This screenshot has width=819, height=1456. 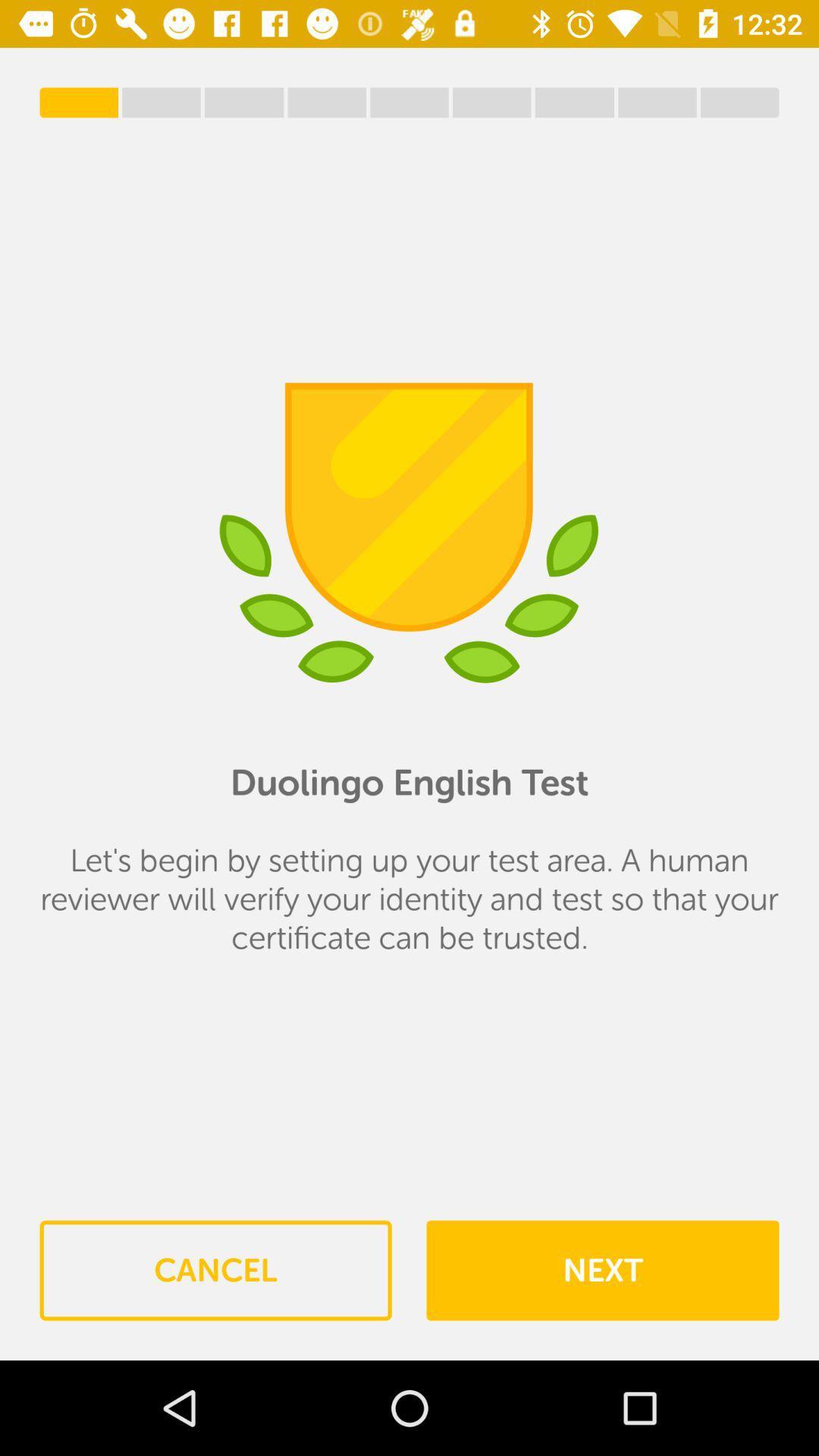 What do you see at coordinates (215, 1270) in the screenshot?
I see `the cancel` at bounding box center [215, 1270].